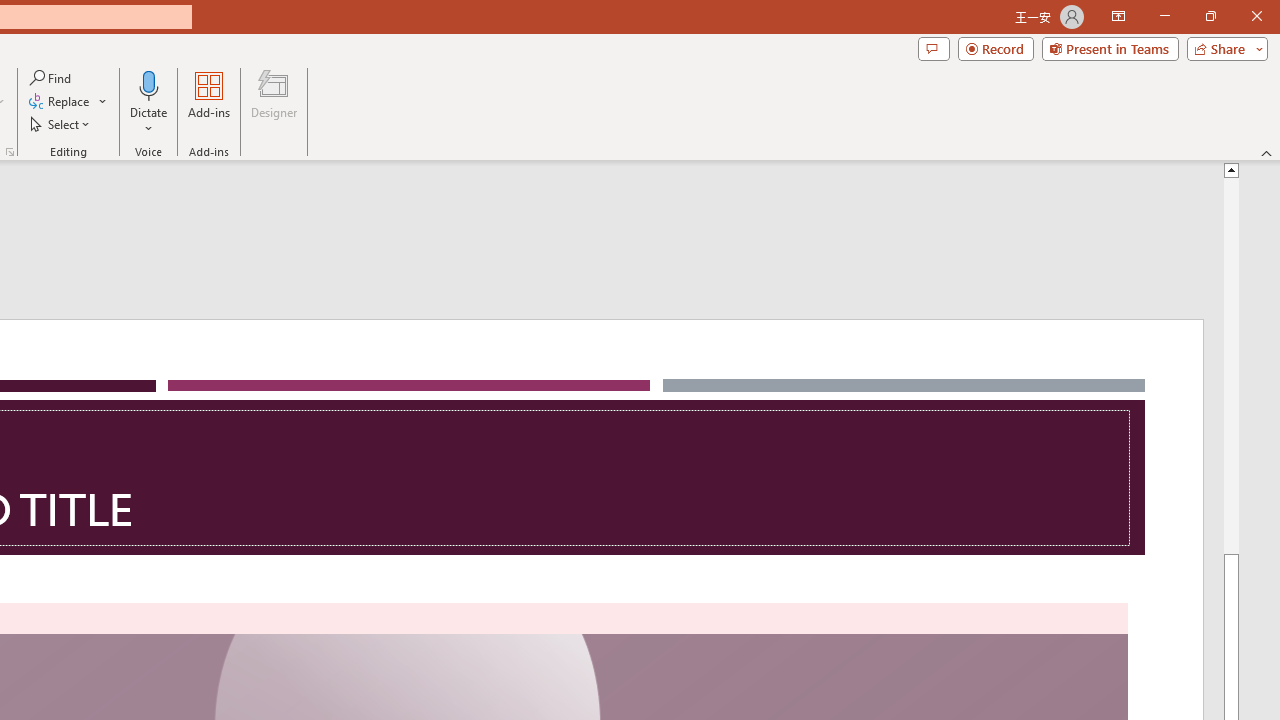 The width and height of the screenshot is (1280, 720). I want to click on 'Restore Down', so click(1209, 16).